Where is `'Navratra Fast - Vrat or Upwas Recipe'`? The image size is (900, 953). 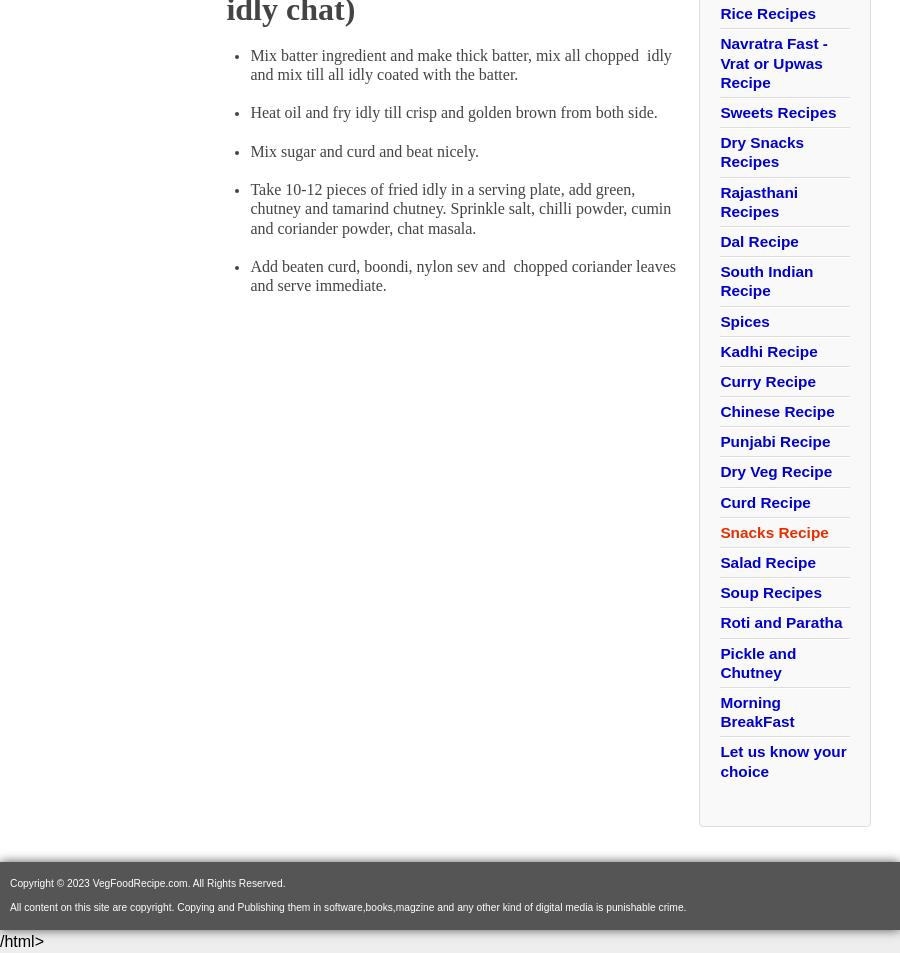
'Navratra Fast - Vrat or Upwas Recipe' is located at coordinates (772, 61).